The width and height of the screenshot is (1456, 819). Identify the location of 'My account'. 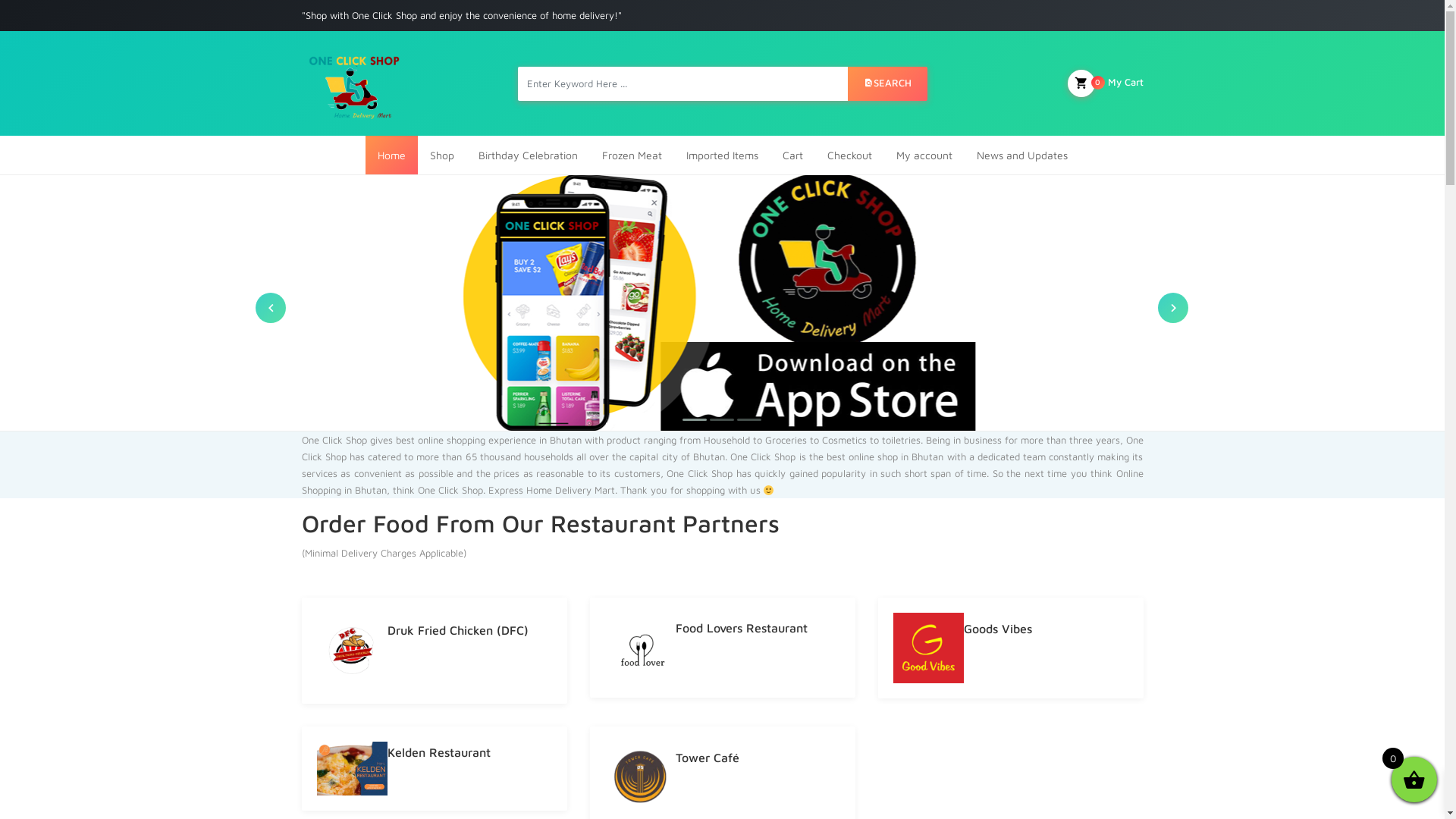
(924, 155).